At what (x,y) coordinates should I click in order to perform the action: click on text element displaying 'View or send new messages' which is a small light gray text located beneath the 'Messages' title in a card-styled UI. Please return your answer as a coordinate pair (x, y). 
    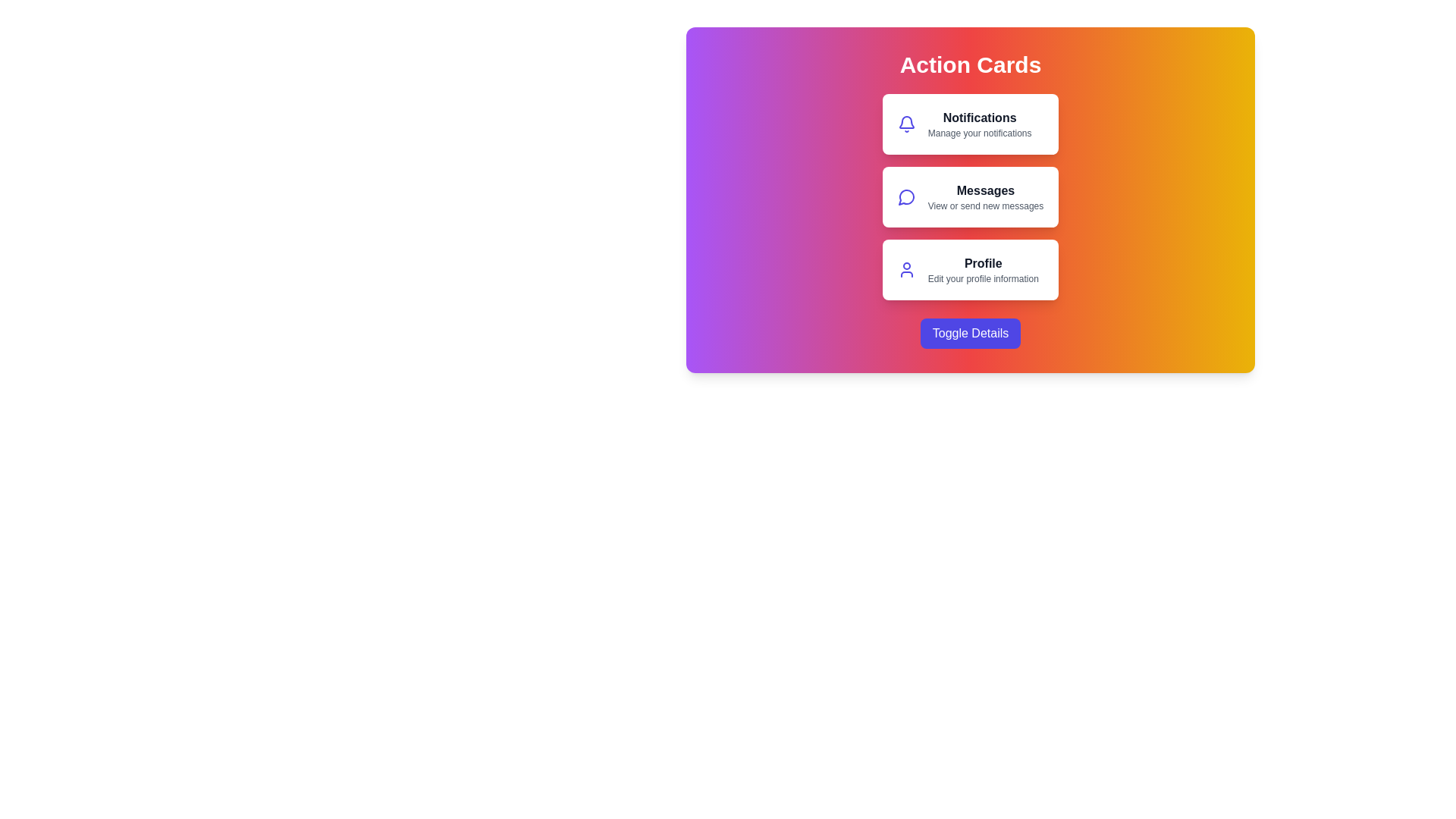
    Looking at the image, I should click on (986, 206).